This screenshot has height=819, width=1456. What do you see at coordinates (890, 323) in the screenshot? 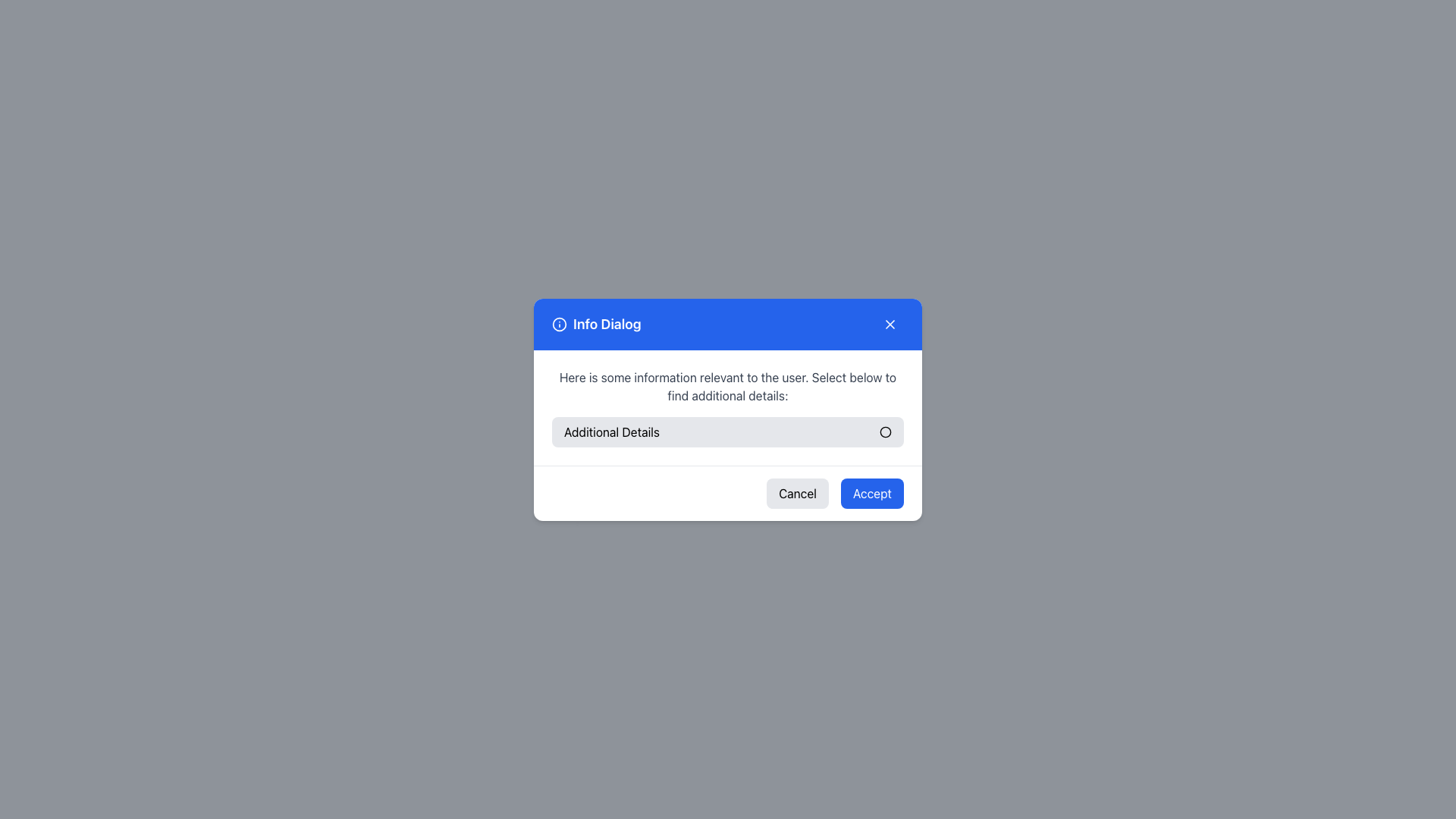
I see `the close button located in the top-right corner of the blue header bar of the dialog box` at bounding box center [890, 323].